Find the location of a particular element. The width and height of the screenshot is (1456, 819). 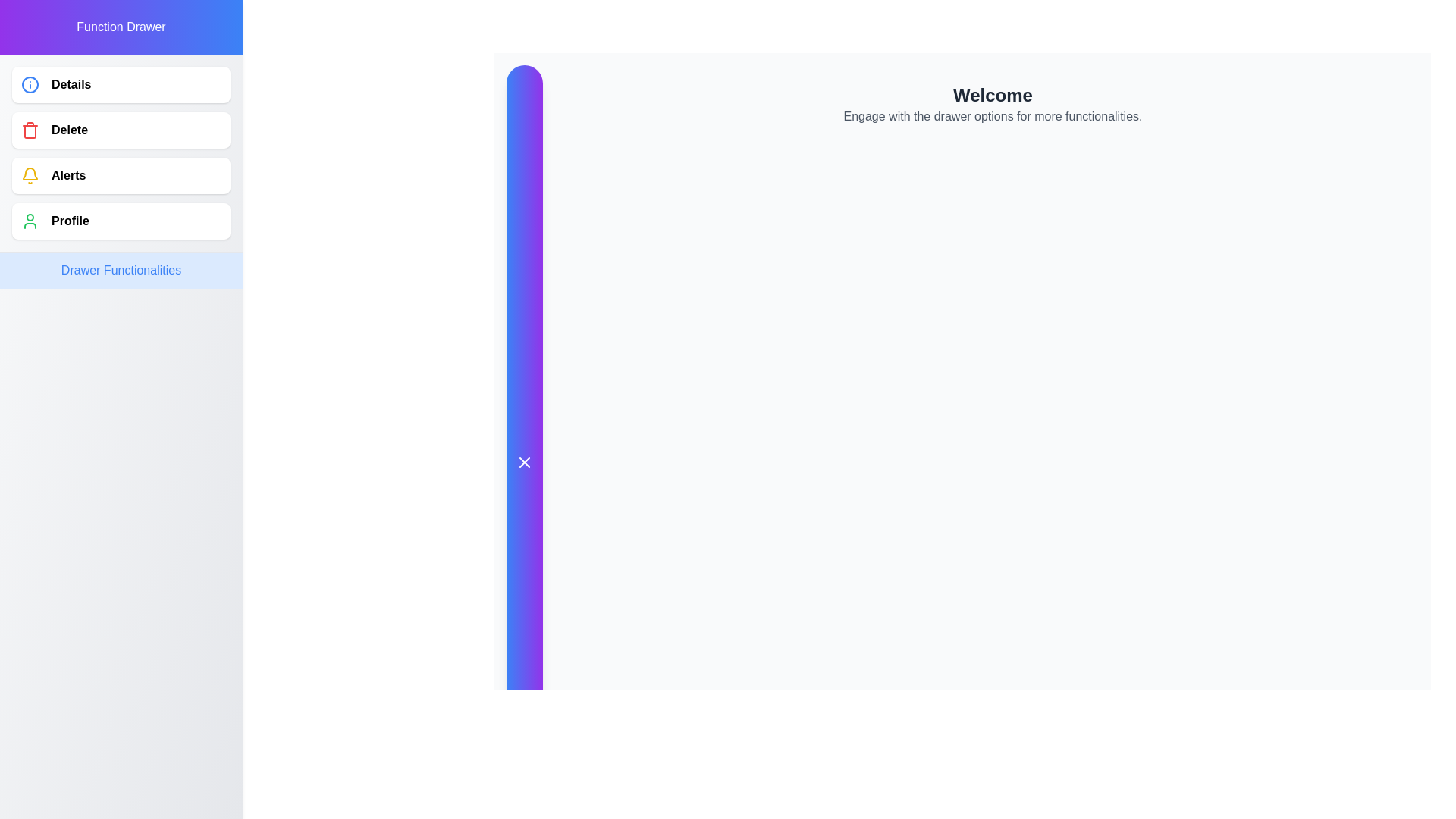

the first menu option text label with an icon located directly beneath the 'Function Drawer' header is located at coordinates (71, 84).